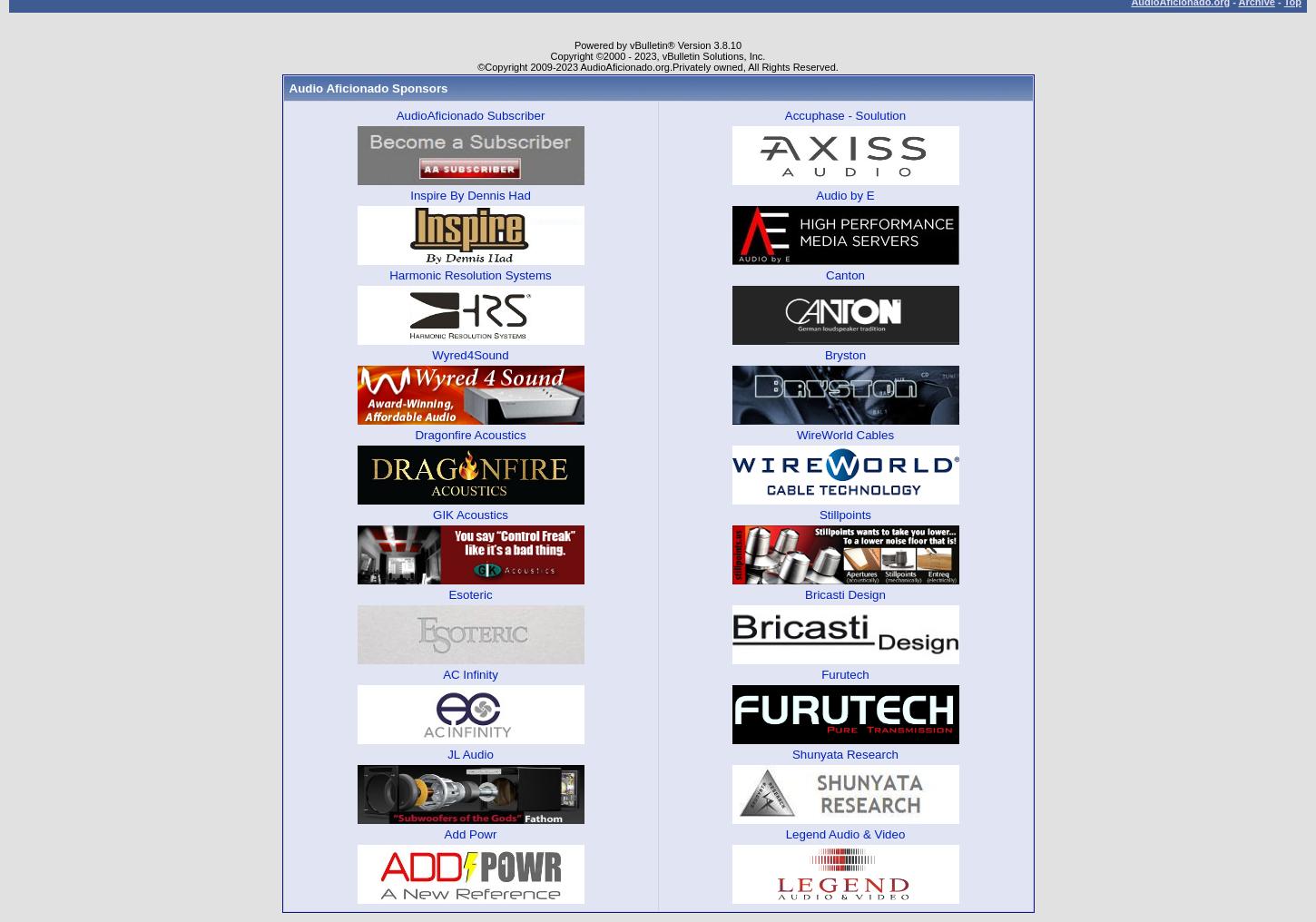  What do you see at coordinates (844, 593) in the screenshot?
I see `'Bricasti Design'` at bounding box center [844, 593].